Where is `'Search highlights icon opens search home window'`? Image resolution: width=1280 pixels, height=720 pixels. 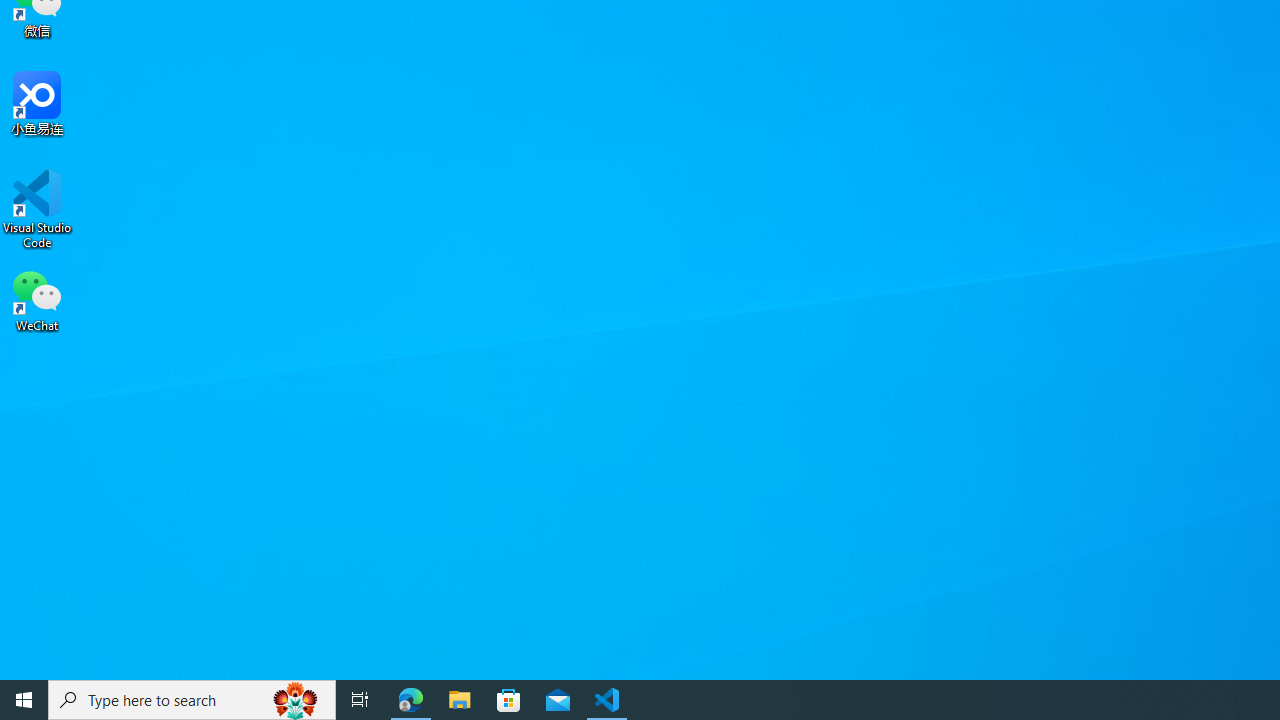 'Search highlights icon opens search home window' is located at coordinates (294, 698).